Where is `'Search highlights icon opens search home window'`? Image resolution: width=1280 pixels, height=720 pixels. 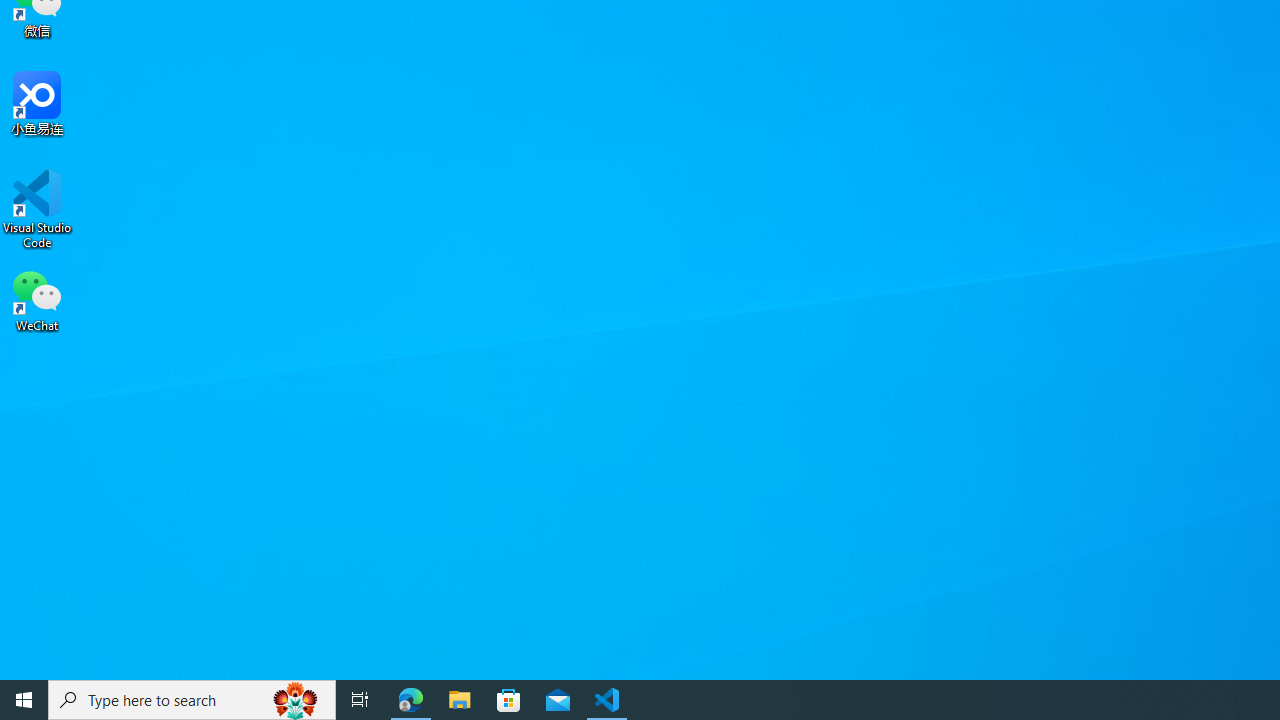 'Search highlights icon opens search home window' is located at coordinates (294, 698).